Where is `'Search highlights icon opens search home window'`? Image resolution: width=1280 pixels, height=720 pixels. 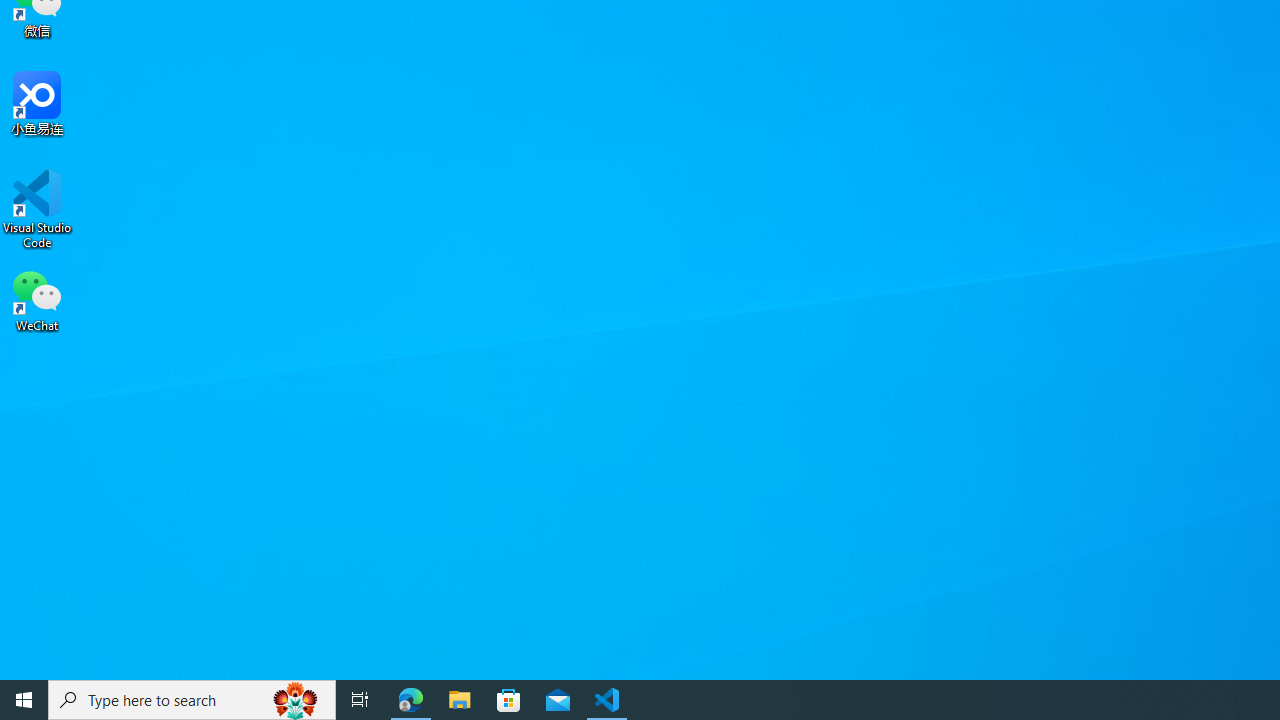 'Search highlights icon opens search home window' is located at coordinates (294, 698).